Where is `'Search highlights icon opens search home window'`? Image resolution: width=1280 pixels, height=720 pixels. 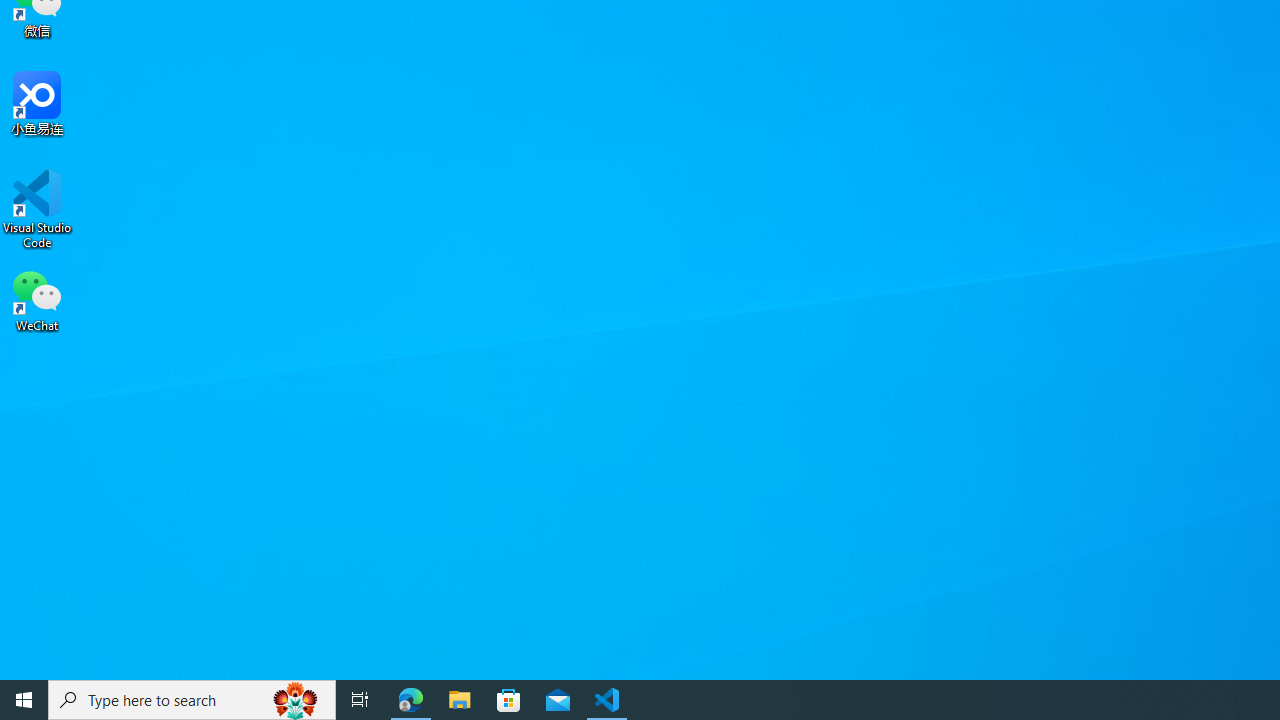 'Search highlights icon opens search home window' is located at coordinates (294, 698).